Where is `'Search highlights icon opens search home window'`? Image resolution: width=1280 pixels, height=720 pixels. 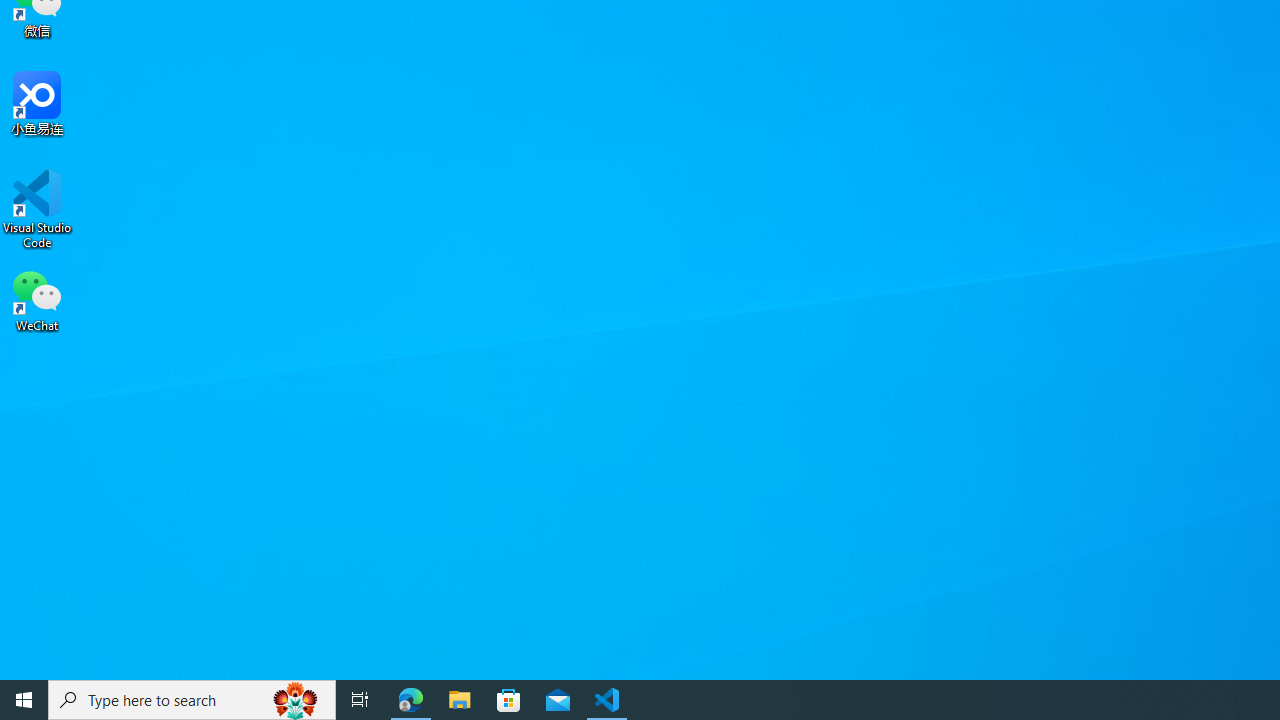 'Search highlights icon opens search home window' is located at coordinates (294, 698).